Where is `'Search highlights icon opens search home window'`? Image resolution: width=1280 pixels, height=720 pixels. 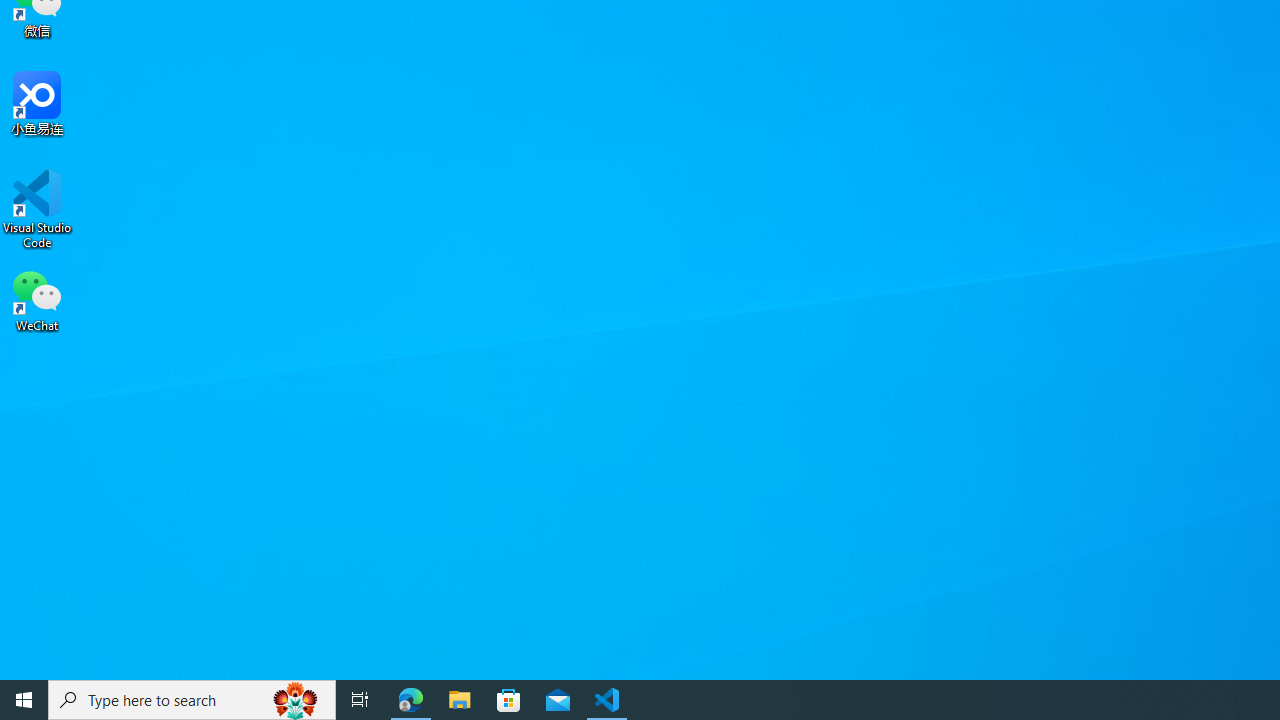 'Search highlights icon opens search home window' is located at coordinates (294, 698).